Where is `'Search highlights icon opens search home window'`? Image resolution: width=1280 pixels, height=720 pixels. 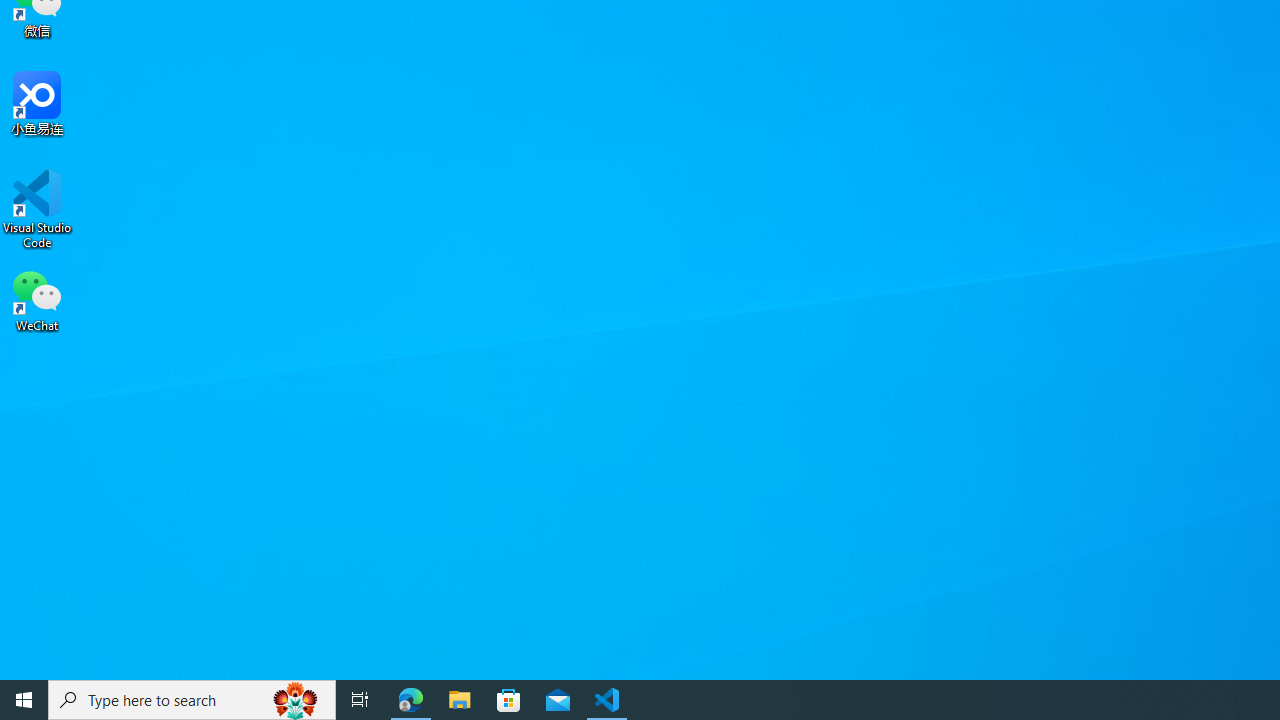 'Search highlights icon opens search home window' is located at coordinates (294, 698).